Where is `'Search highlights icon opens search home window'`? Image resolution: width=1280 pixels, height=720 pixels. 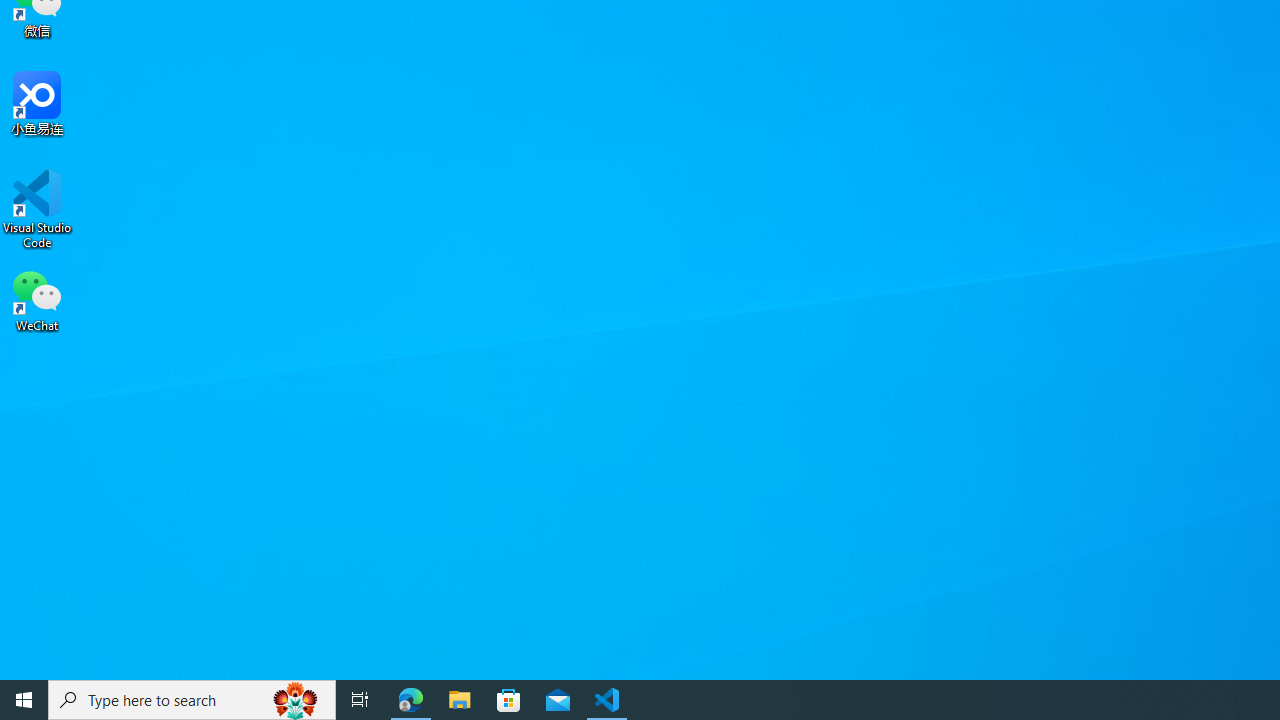 'Search highlights icon opens search home window' is located at coordinates (294, 698).